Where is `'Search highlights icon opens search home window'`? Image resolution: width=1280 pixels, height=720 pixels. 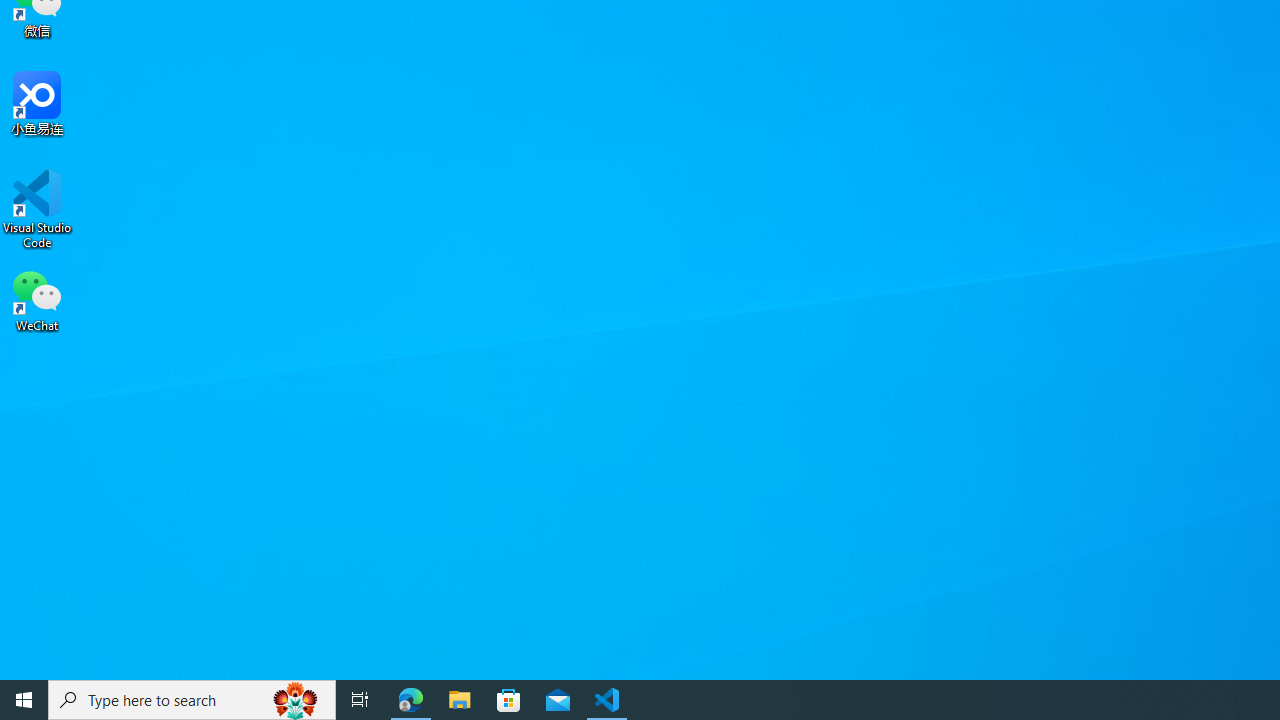 'Search highlights icon opens search home window' is located at coordinates (294, 698).